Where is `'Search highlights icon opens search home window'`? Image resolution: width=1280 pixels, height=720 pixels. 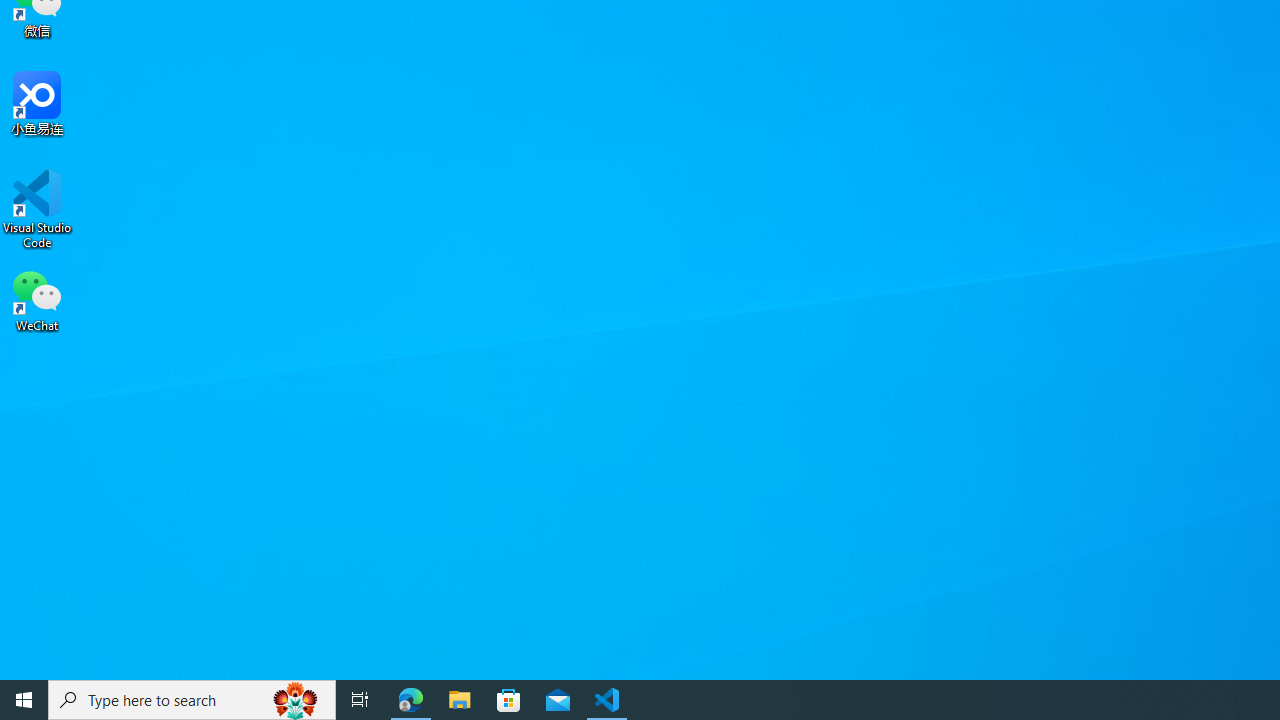 'Search highlights icon opens search home window' is located at coordinates (294, 698).